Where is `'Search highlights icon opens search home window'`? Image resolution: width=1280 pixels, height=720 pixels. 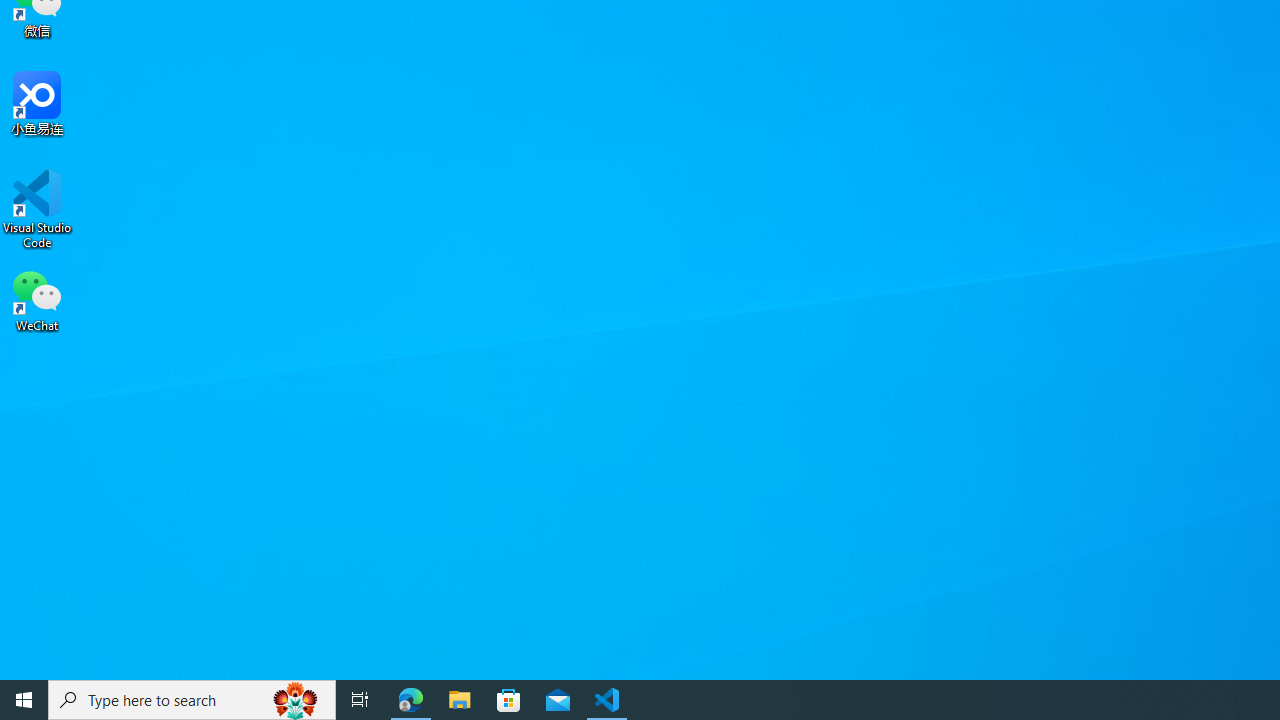 'Search highlights icon opens search home window' is located at coordinates (294, 698).